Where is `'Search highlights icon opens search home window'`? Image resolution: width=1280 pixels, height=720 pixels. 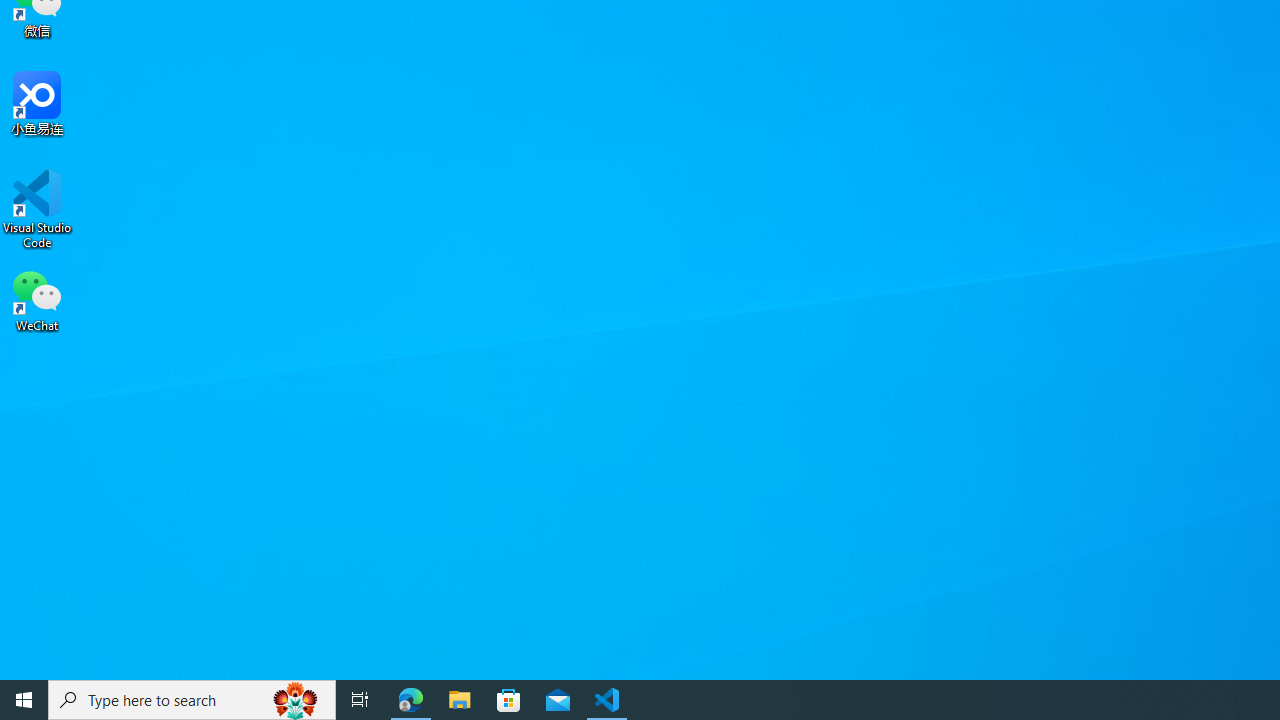 'Search highlights icon opens search home window' is located at coordinates (294, 698).